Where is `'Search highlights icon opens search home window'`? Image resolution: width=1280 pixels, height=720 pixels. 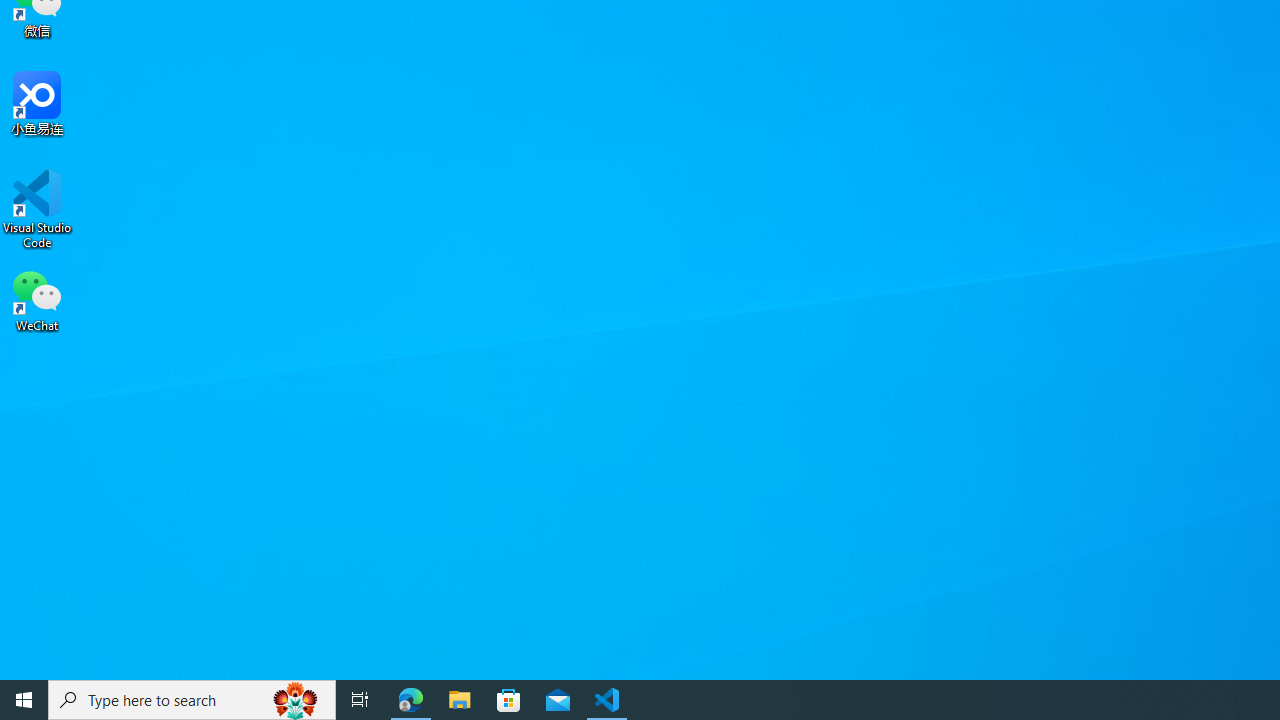 'Search highlights icon opens search home window' is located at coordinates (294, 698).